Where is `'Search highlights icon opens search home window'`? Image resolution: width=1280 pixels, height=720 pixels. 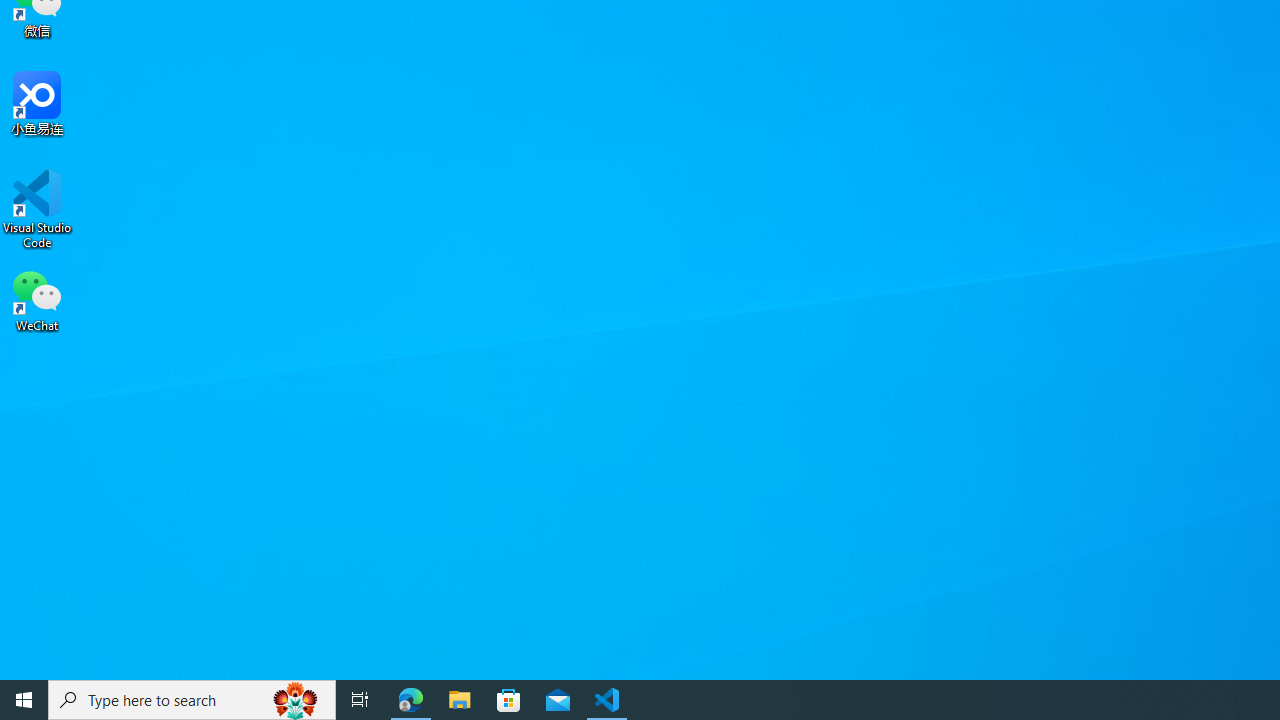 'Search highlights icon opens search home window' is located at coordinates (294, 698).